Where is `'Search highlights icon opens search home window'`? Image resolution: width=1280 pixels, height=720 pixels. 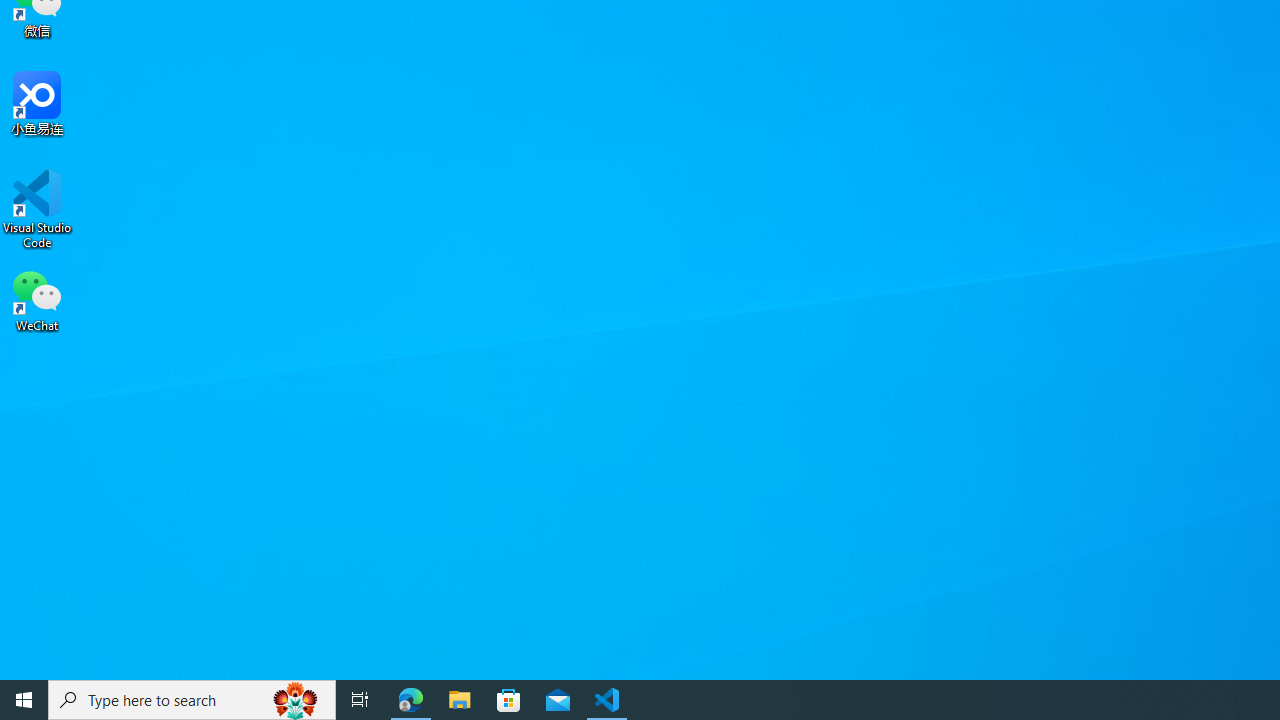 'Search highlights icon opens search home window' is located at coordinates (294, 698).